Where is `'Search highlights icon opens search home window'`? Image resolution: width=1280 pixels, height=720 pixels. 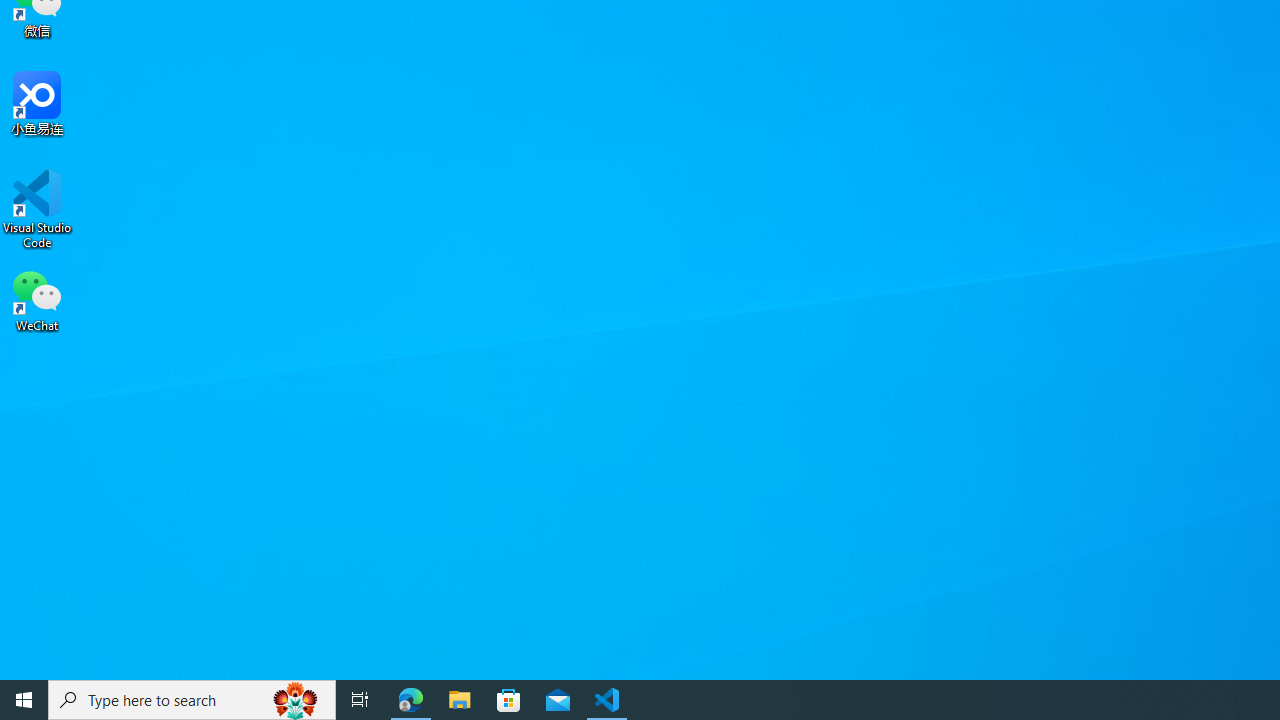 'Search highlights icon opens search home window' is located at coordinates (294, 698).